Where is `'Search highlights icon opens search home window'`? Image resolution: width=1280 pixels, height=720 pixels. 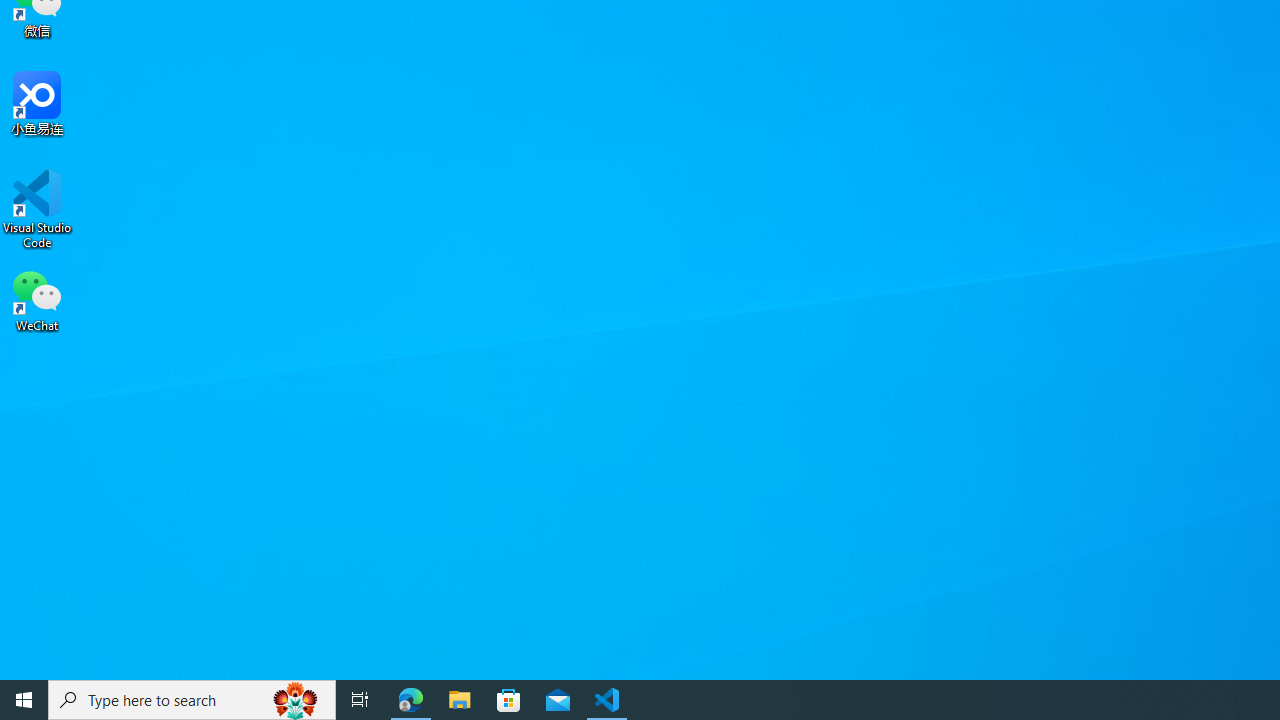 'Search highlights icon opens search home window' is located at coordinates (294, 698).